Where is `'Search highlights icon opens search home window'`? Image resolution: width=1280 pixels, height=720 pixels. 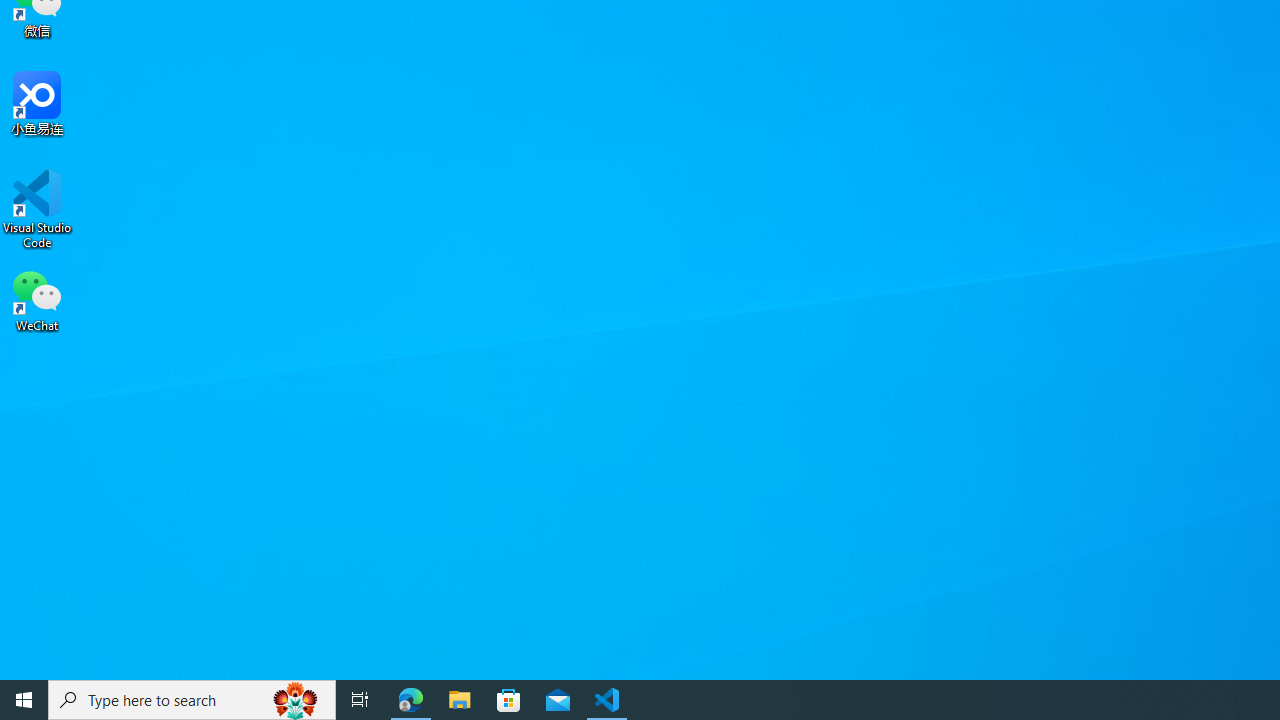 'Search highlights icon opens search home window' is located at coordinates (294, 698).